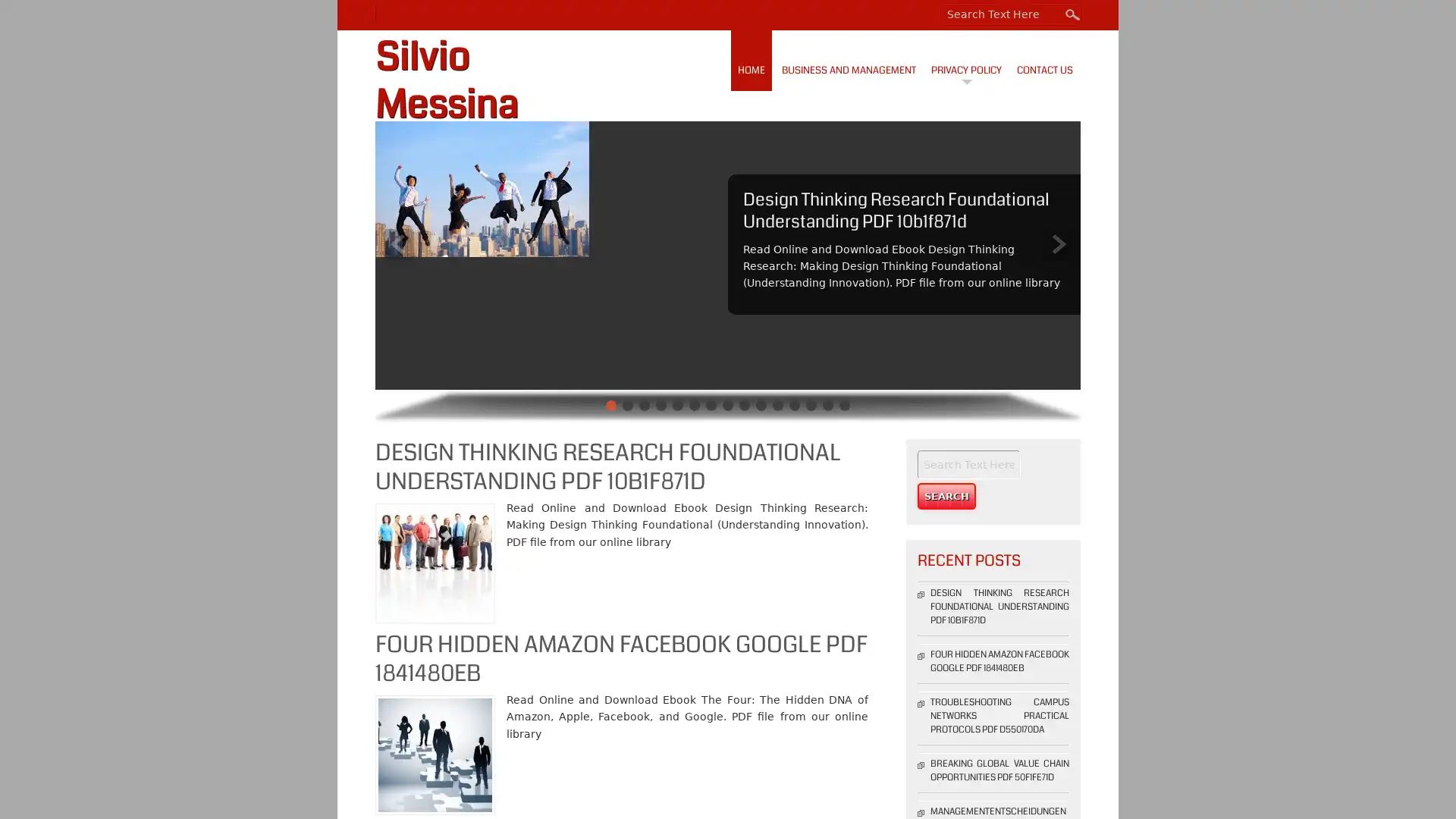 Image resolution: width=1456 pixels, height=819 pixels. Describe the element at coordinates (946, 496) in the screenshot. I see `Search` at that location.